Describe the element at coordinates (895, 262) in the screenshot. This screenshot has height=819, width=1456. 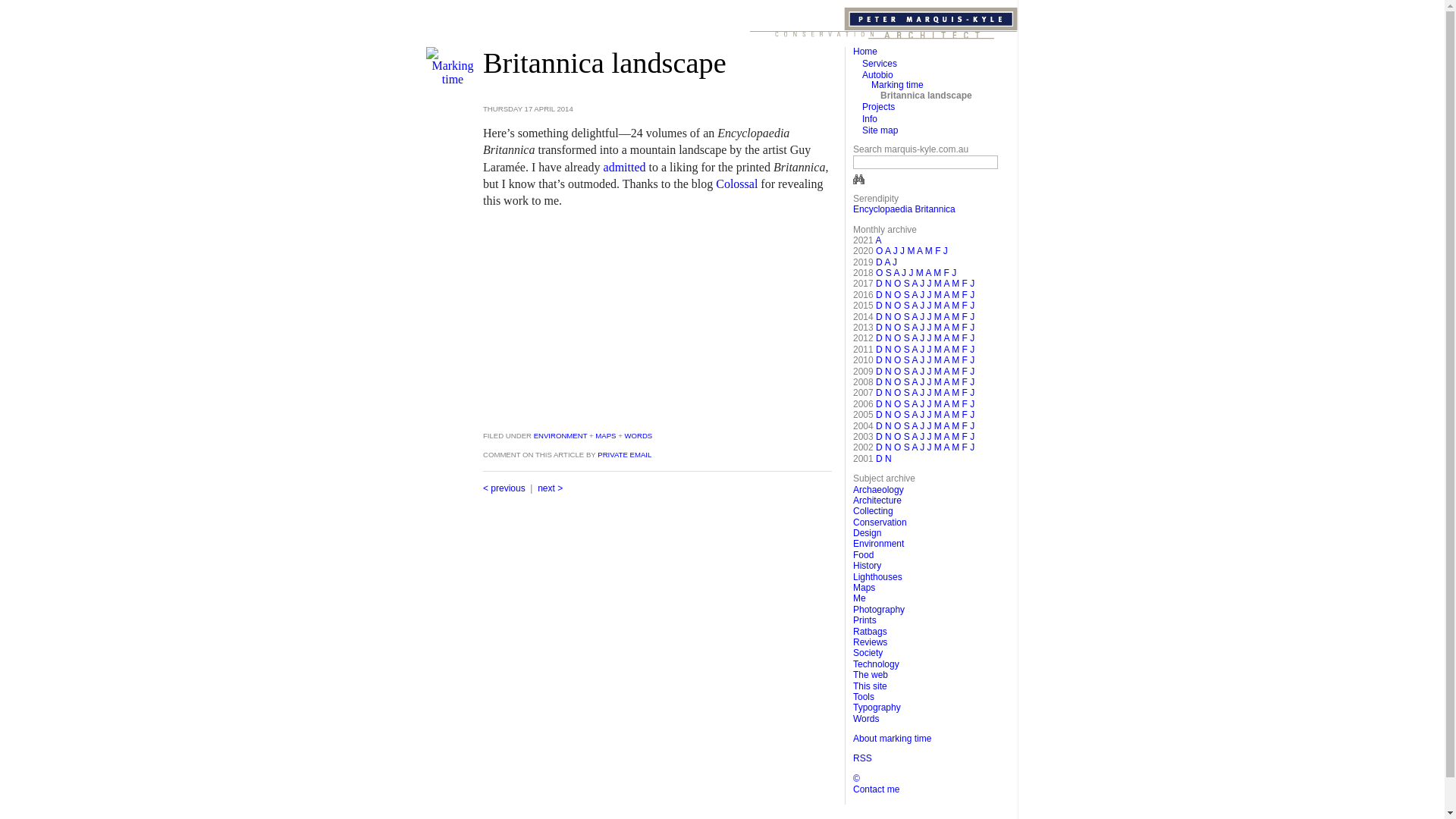
I see `'J'` at that location.